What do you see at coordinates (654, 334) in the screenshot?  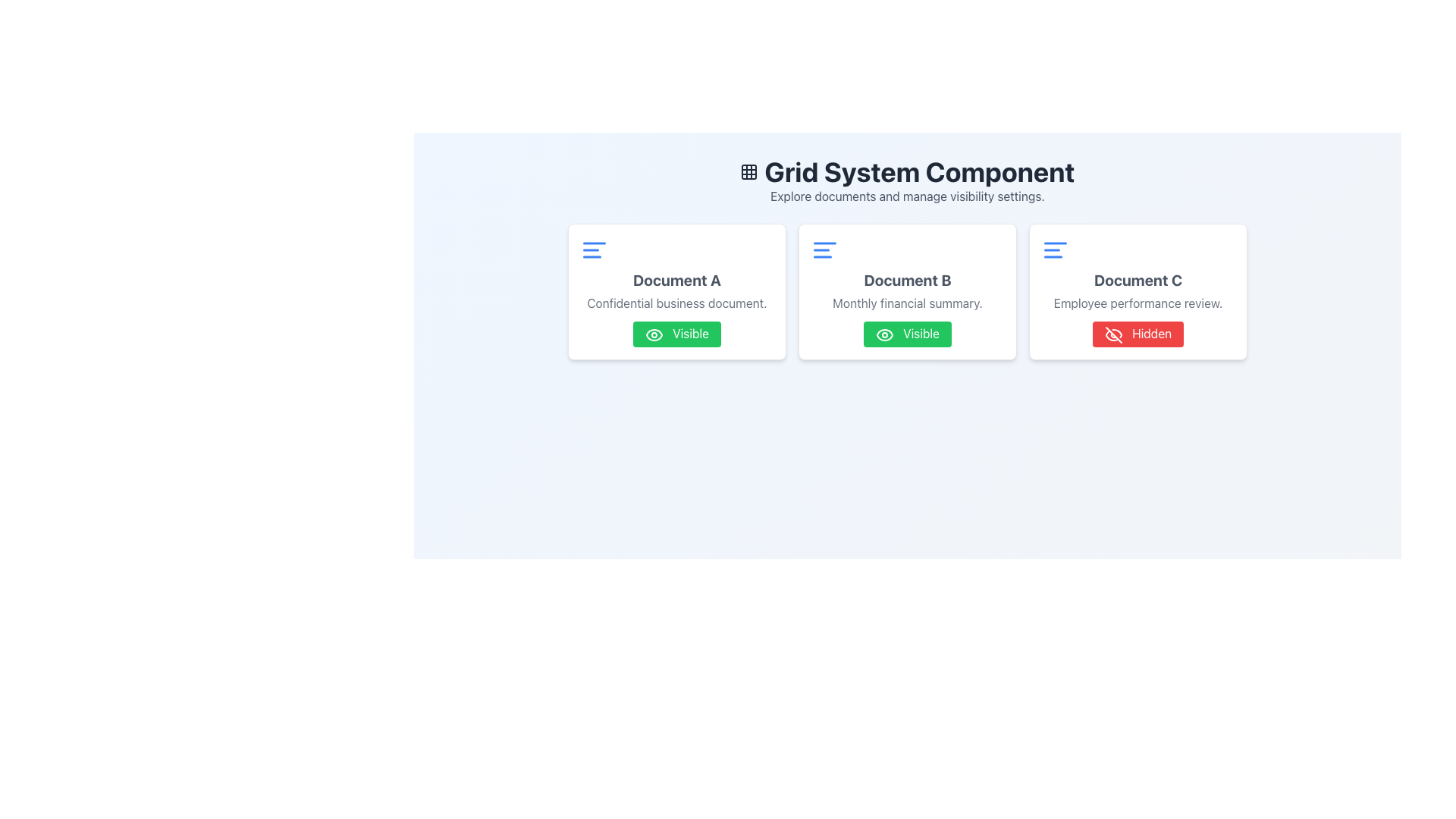 I see `the visibility status icon located on the left side of the 'Visible' button in the 'Document A' card` at bounding box center [654, 334].